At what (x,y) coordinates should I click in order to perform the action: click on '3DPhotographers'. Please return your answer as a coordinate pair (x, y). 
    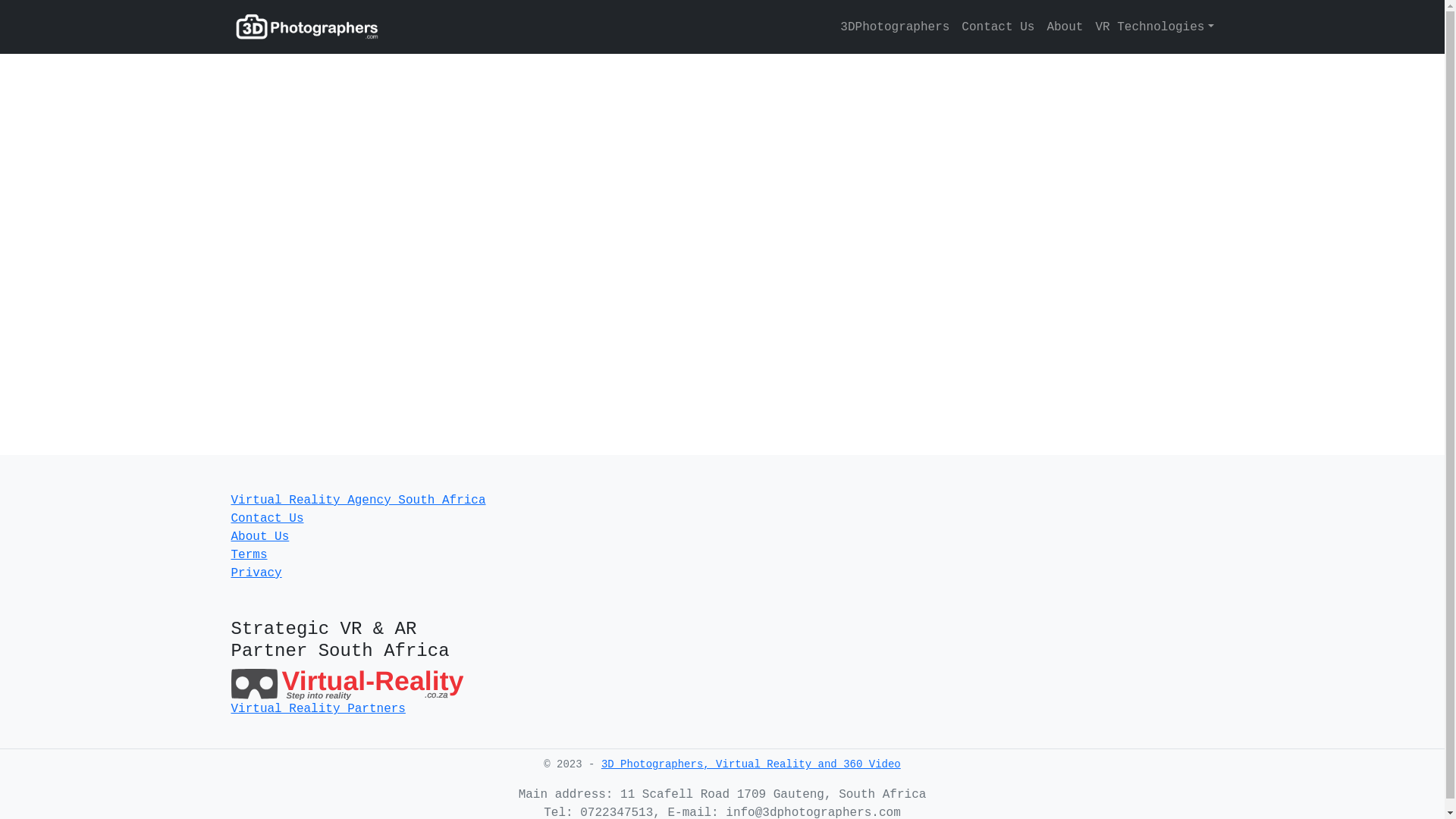
    Looking at the image, I should click on (895, 27).